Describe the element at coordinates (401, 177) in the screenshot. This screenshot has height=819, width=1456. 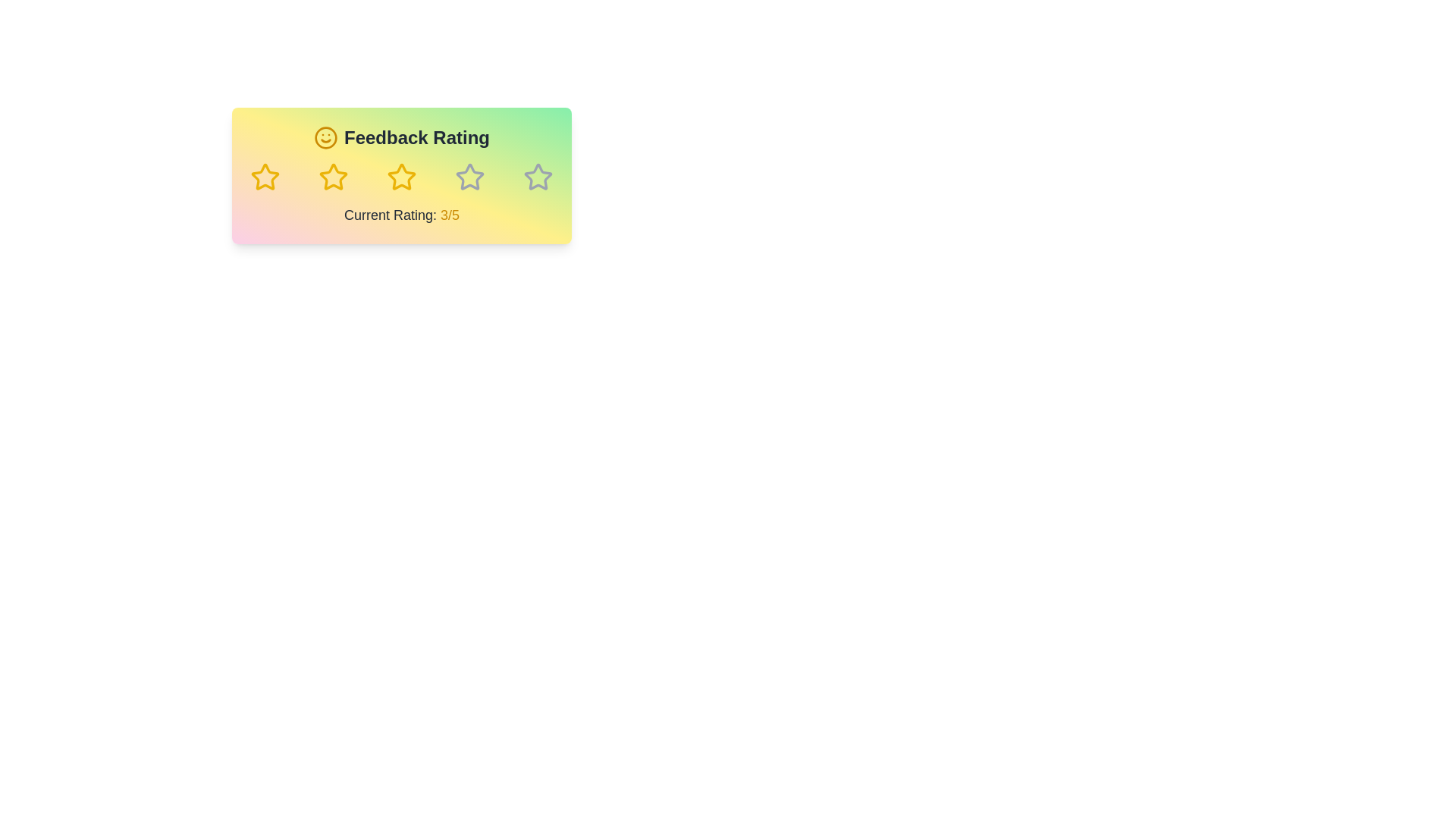
I see `the feedback rating to 3 stars by clicking on the corresponding star` at that location.